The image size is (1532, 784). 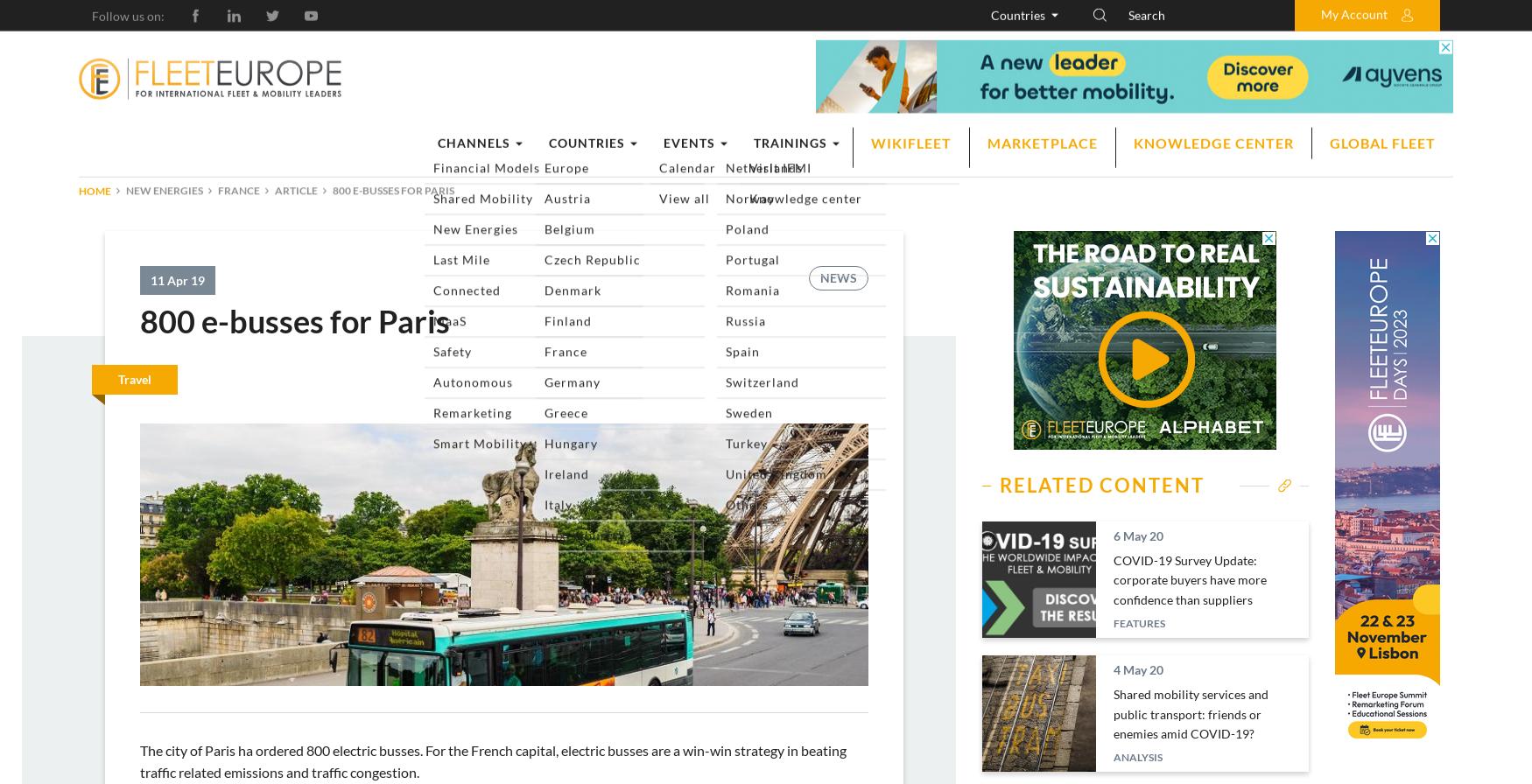 What do you see at coordinates (1032, 192) in the screenshot?
I see `'Germany'` at bounding box center [1032, 192].